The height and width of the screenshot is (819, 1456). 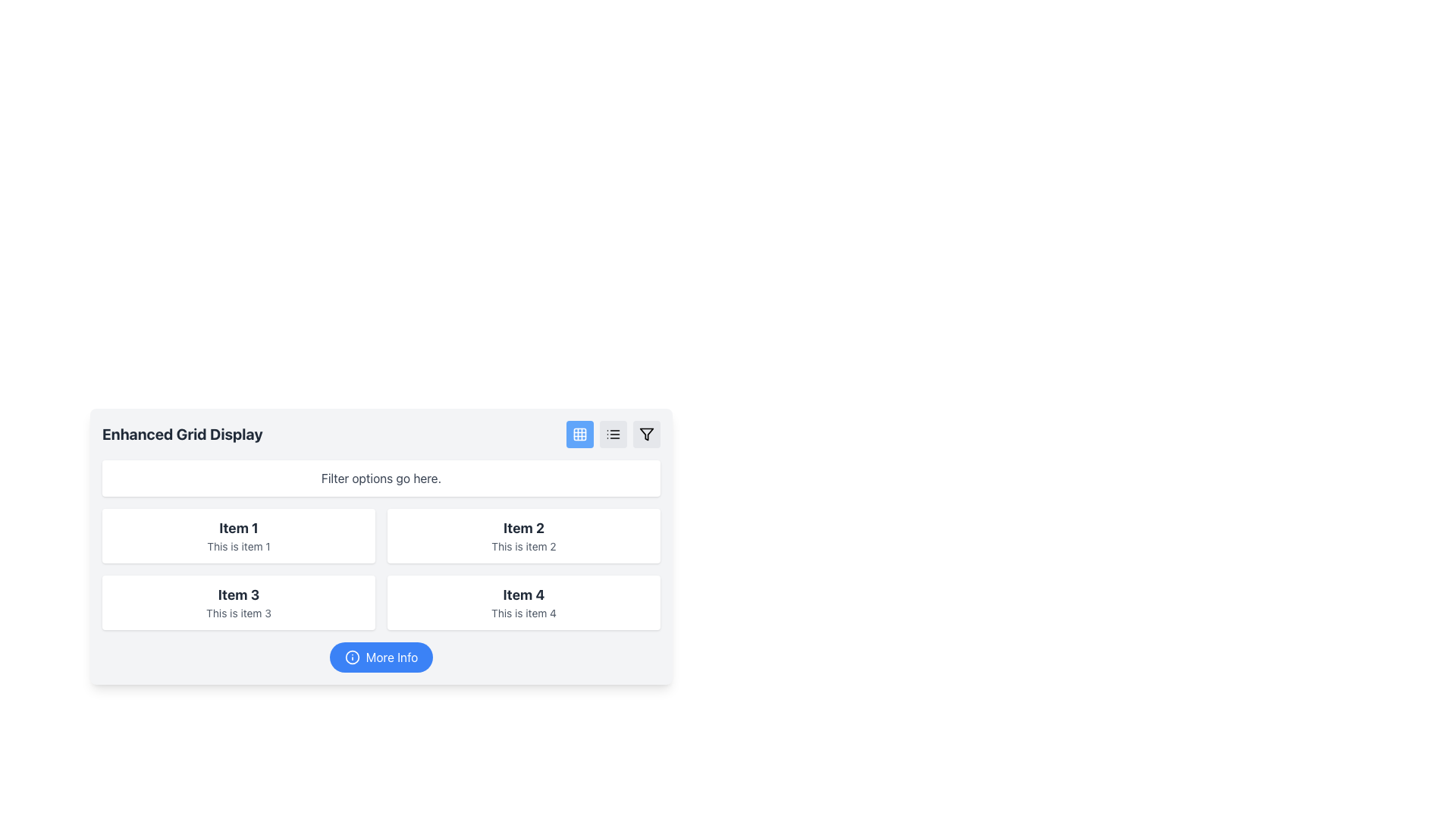 What do you see at coordinates (613, 435) in the screenshot?
I see `the view mode switching button located in the top-right corner of the widget area` at bounding box center [613, 435].